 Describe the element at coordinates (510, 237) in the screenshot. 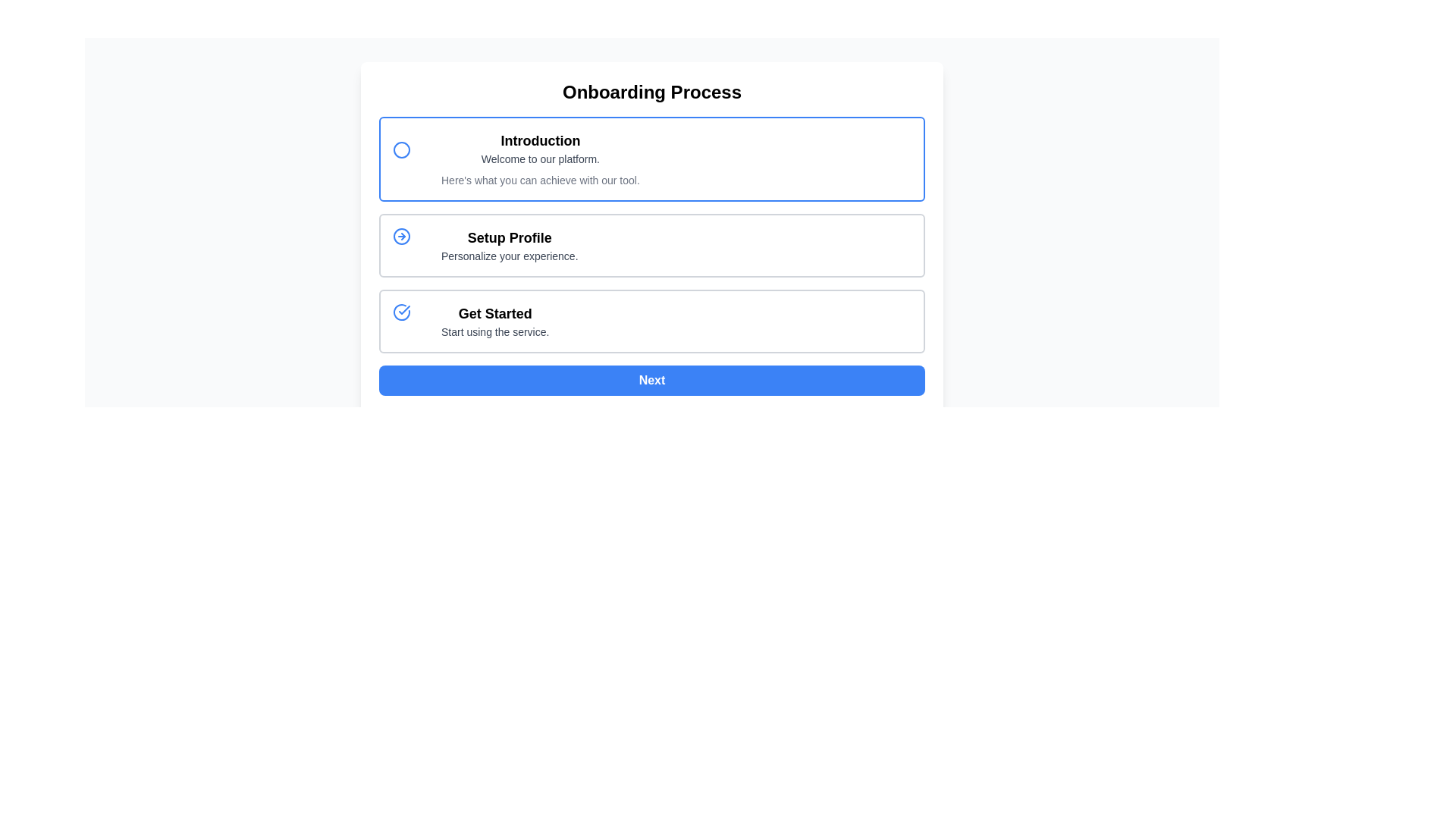

I see `bold title text label that says 'Setup Profile', prominently displayed in black at the center of the interface` at that location.